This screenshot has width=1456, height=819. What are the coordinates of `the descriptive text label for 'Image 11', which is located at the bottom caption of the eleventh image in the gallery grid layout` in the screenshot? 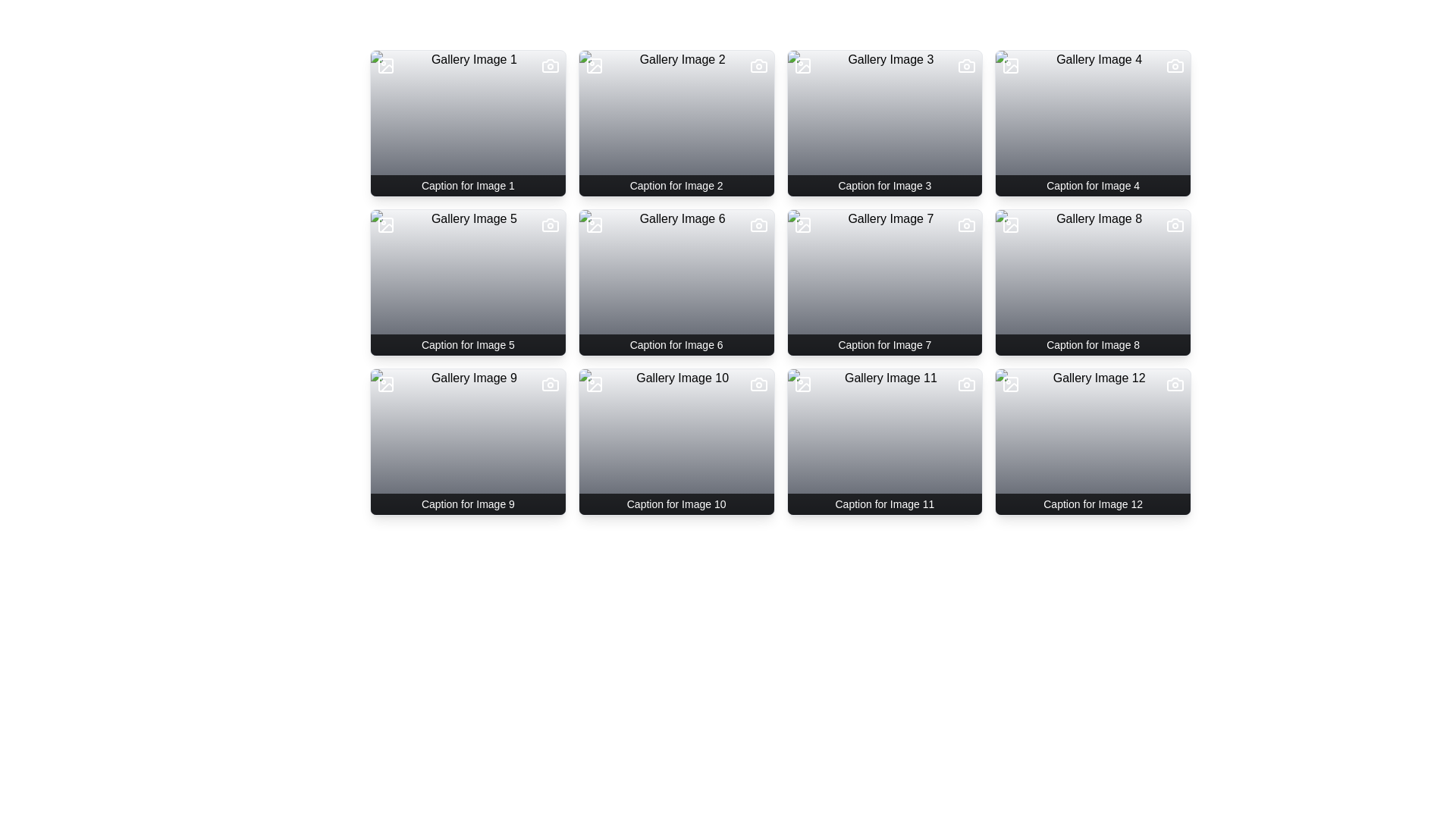 It's located at (884, 504).